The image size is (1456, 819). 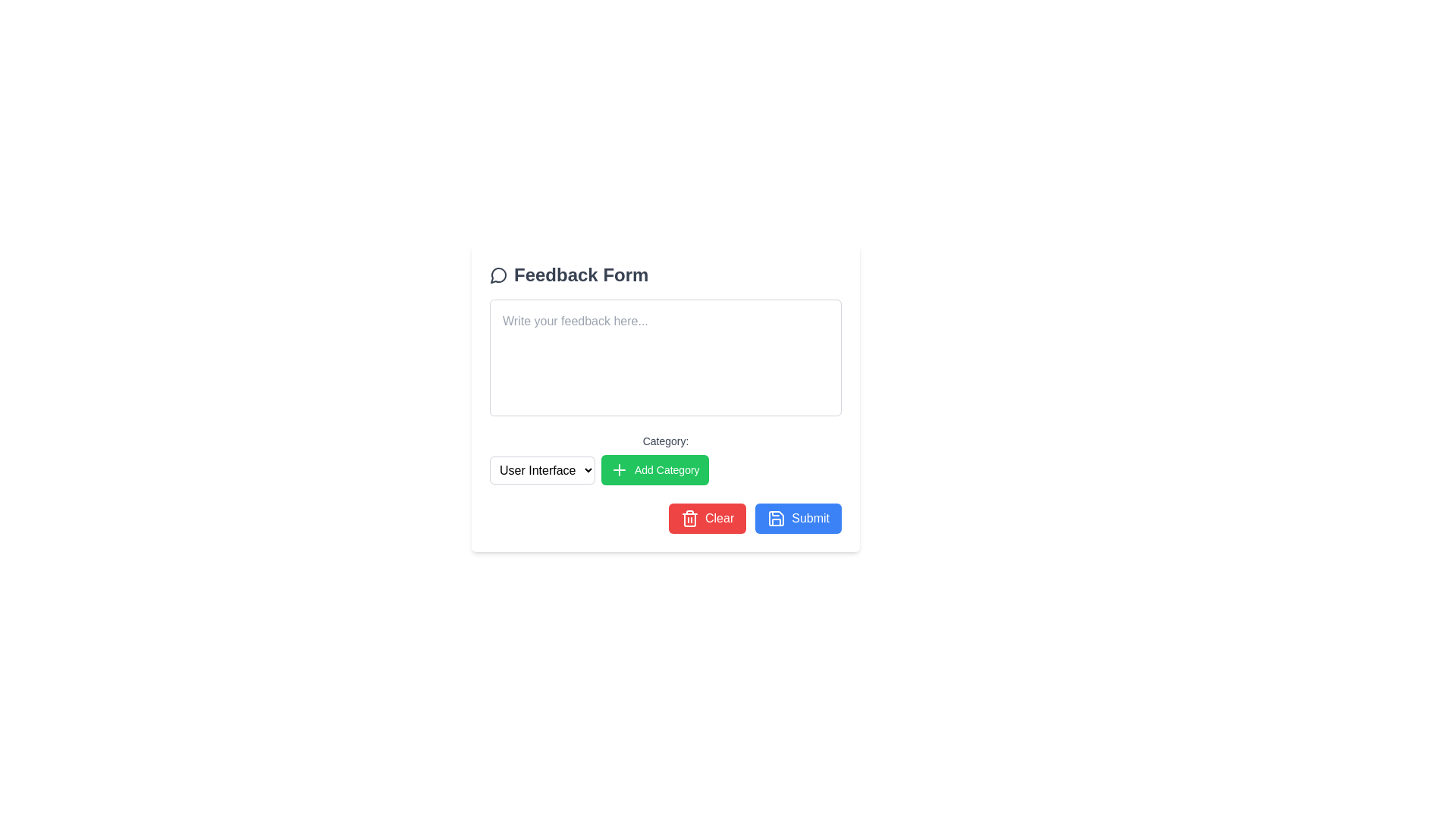 I want to click on the dropdown menu positioned beneath the 'Category:' label, so click(x=542, y=469).